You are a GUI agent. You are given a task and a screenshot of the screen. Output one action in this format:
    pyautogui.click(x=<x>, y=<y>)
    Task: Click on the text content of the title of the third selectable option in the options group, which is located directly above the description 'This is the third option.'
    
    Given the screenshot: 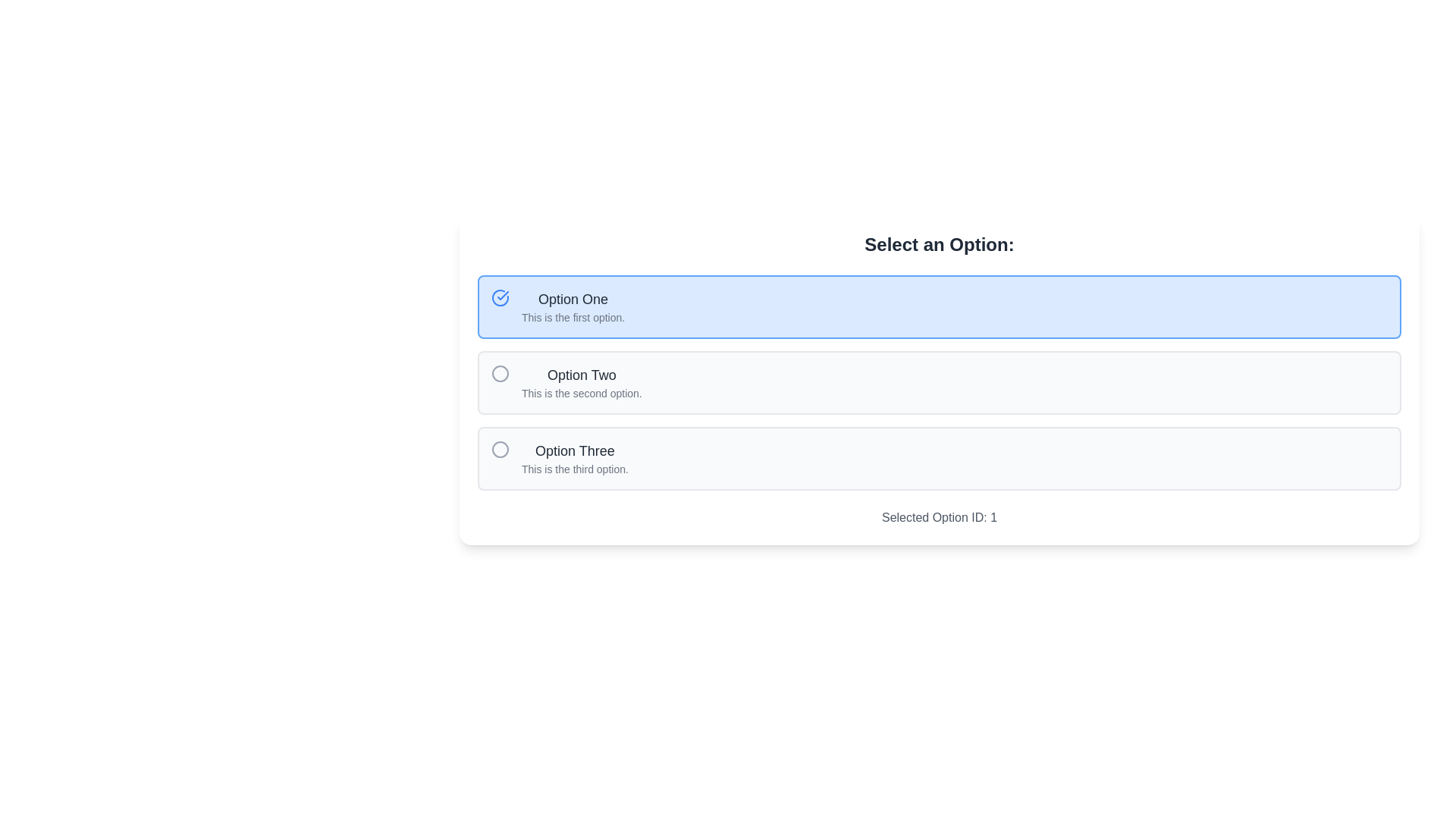 What is the action you would take?
    pyautogui.click(x=574, y=450)
    